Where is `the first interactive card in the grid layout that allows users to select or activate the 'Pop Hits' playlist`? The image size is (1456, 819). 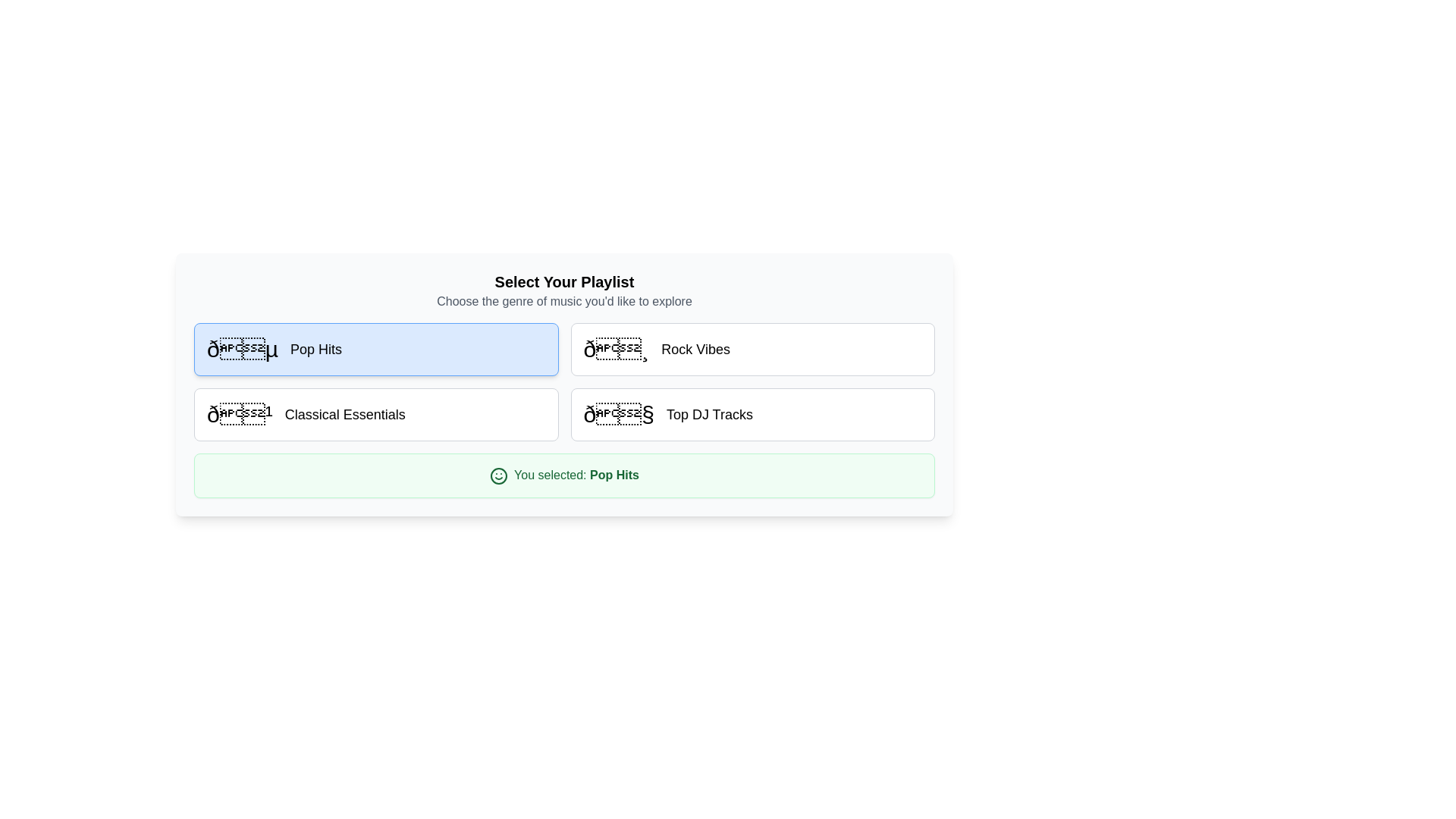
the first interactive card in the grid layout that allows users to select or activate the 'Pop Hits' playlist is located at coordinates (376, 350).